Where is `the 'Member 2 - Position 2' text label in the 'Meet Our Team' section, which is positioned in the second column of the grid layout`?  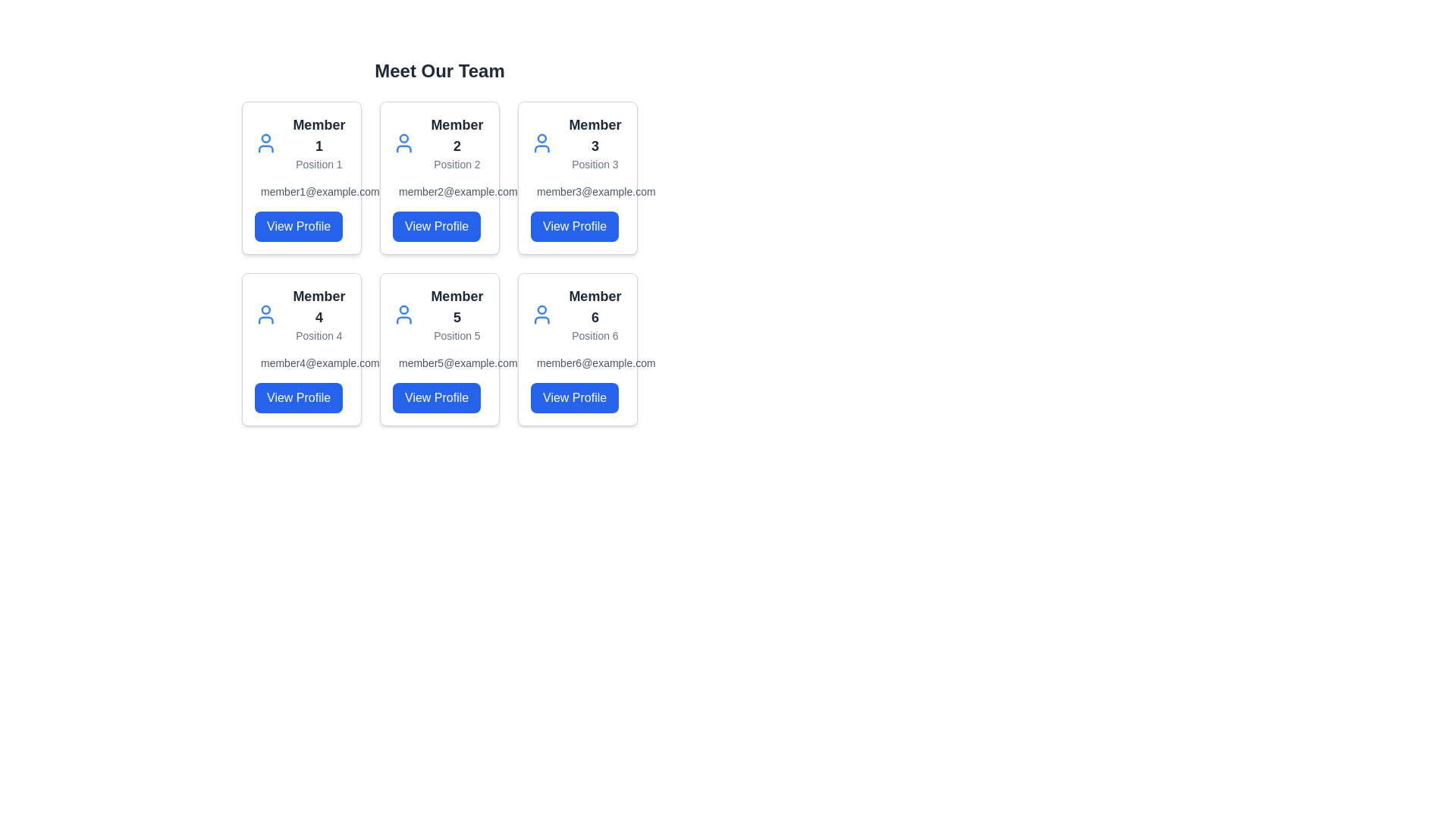 the 'Member 2 - Position 2' text label in the 'Meet Our Team' section, which is positioned in the second column of the grid layout is located at coordinates (456, 143).